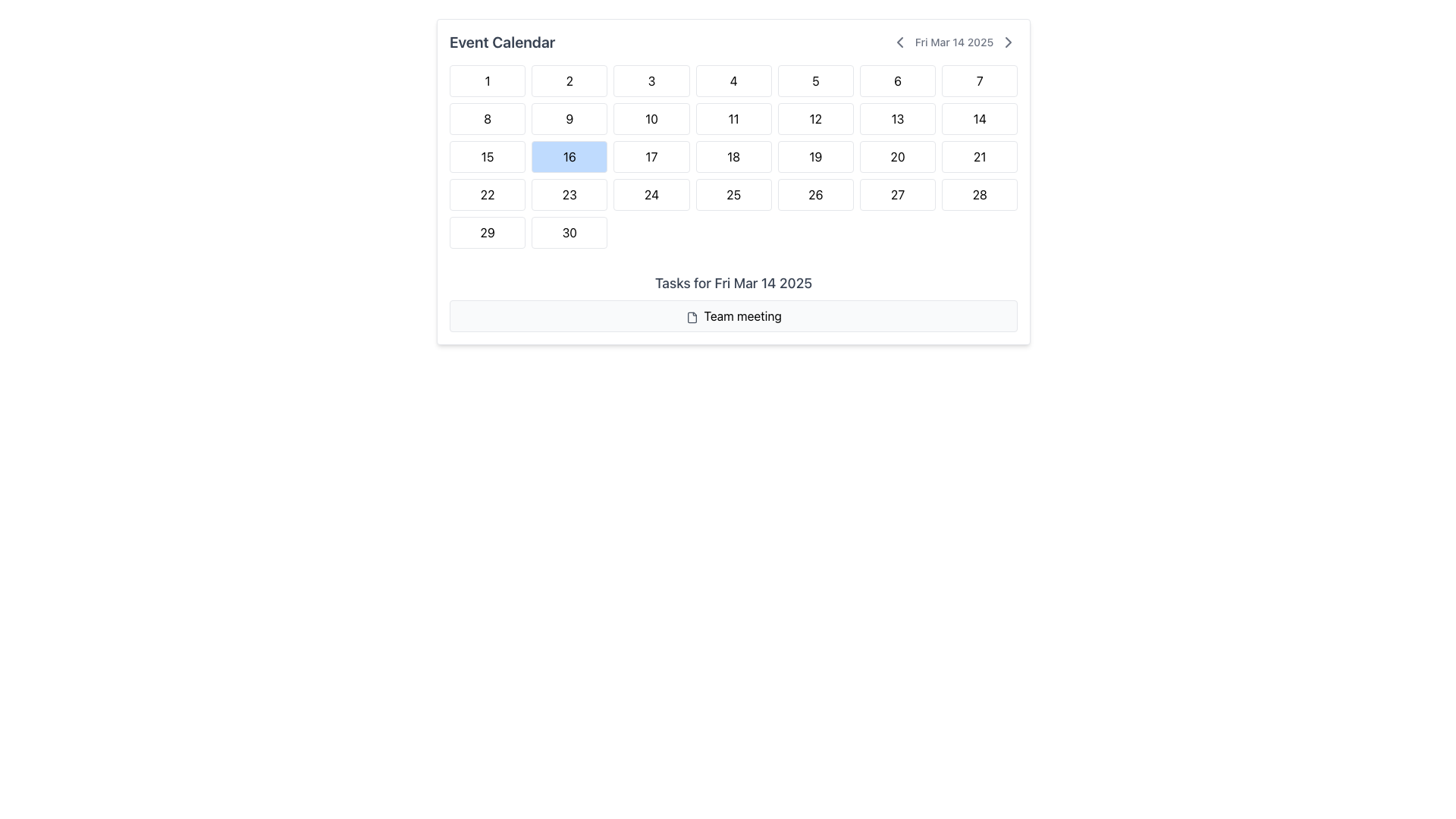  What do you see at coordinates (733, 81) in the screenshot?
I see `the date button representing '4' in the calendar interface` at bounding box center [733, 81].